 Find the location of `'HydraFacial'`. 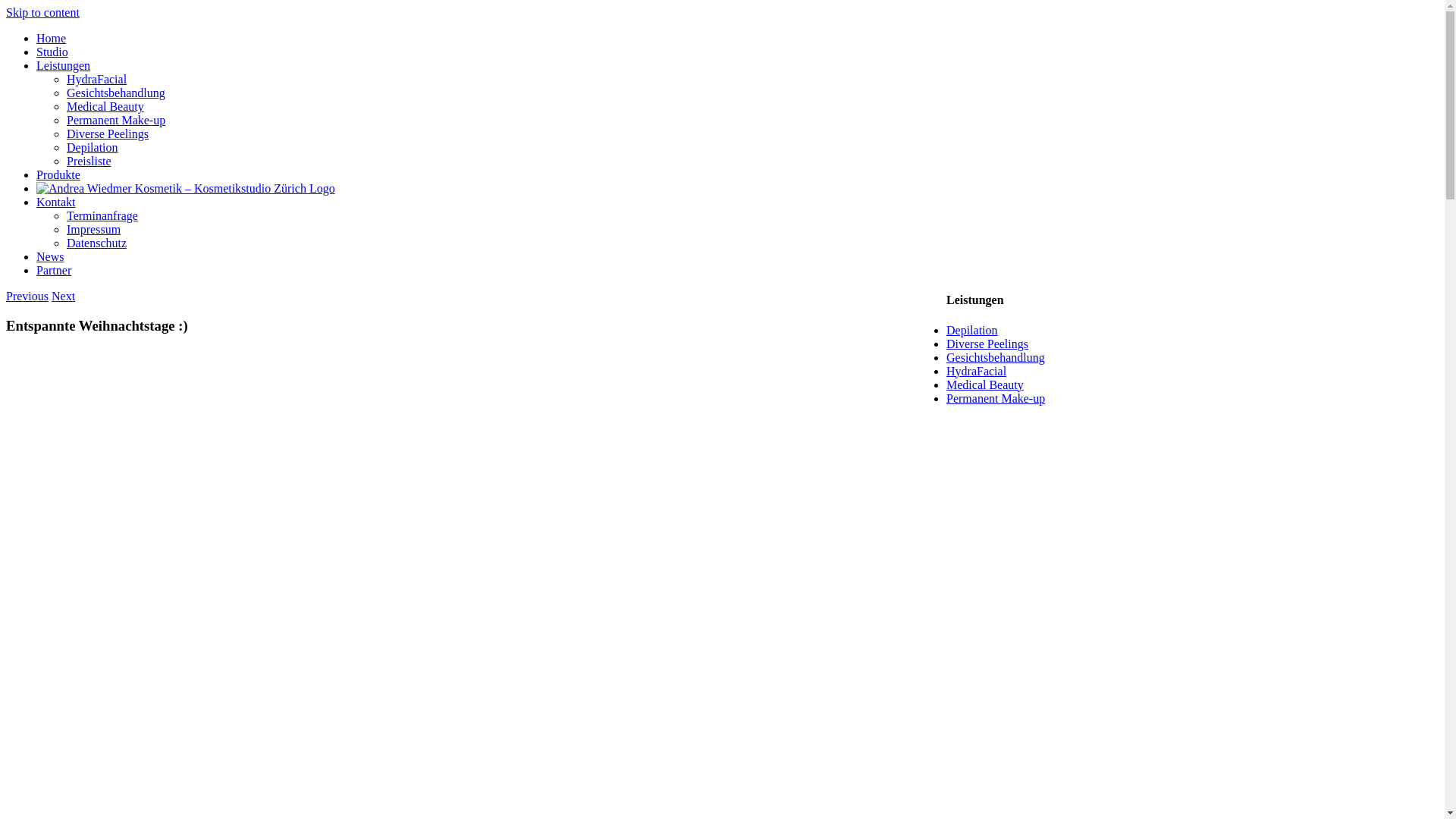

'HydraFacial' is located at coordinates (976, 371).